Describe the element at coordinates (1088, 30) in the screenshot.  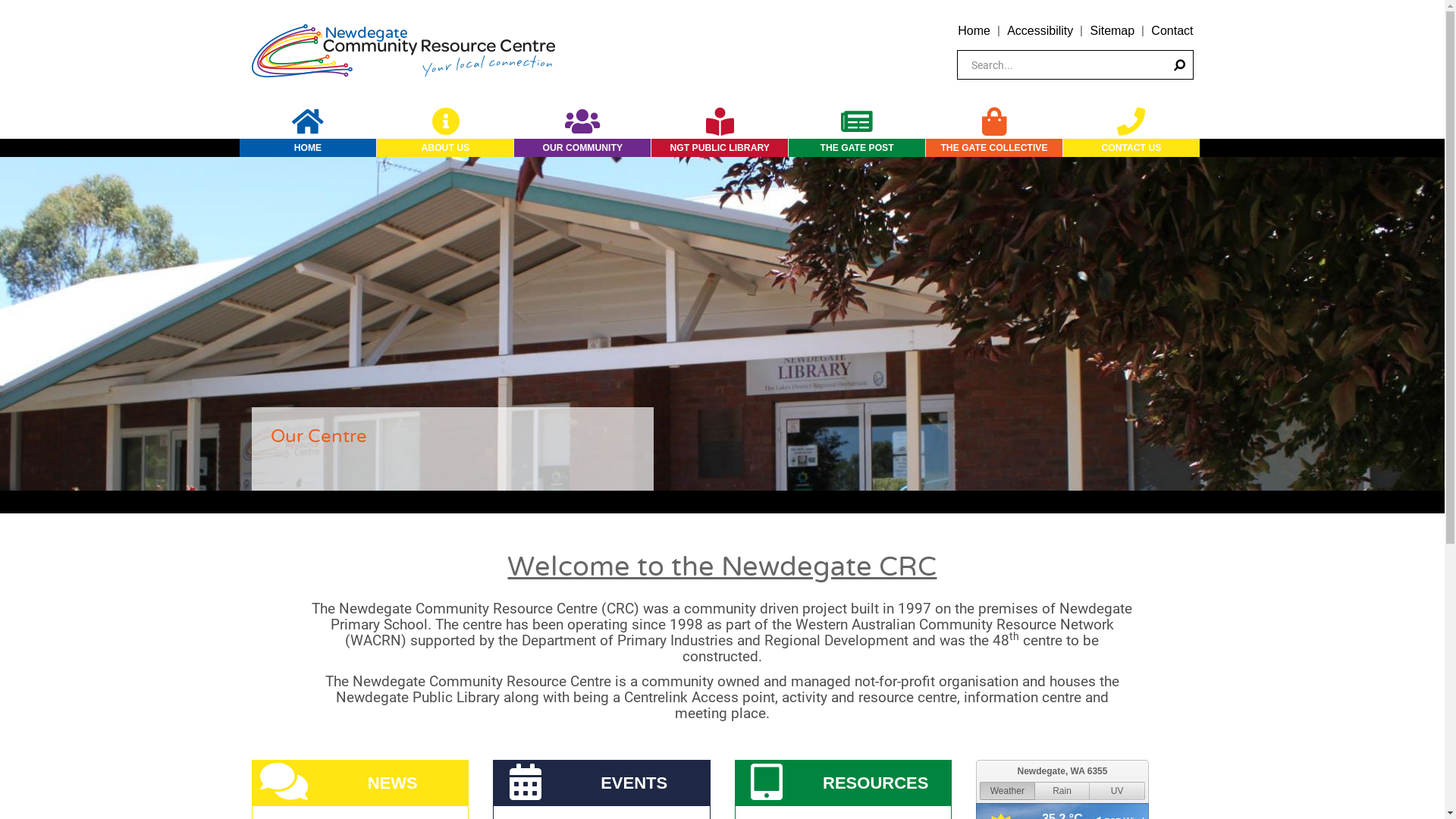
I see `'Sitemap'` at that location.